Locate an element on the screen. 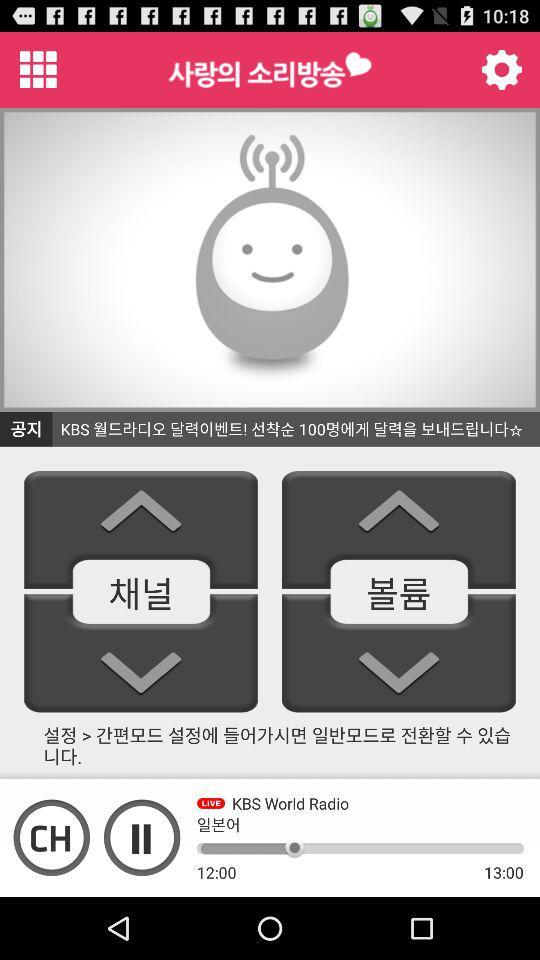  the fullscreen icon is located at coordinates (51, 895).